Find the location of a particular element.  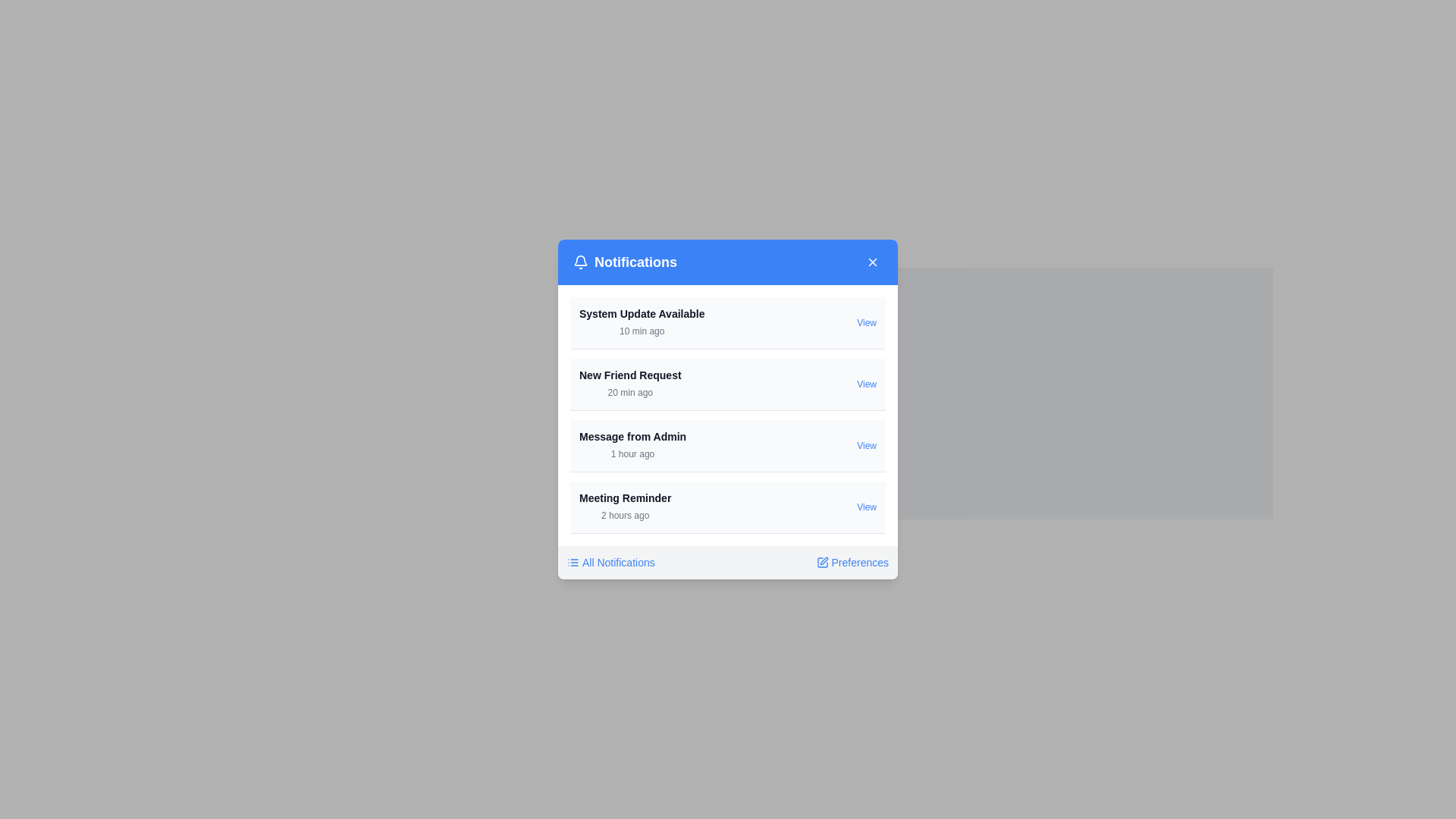

the 'View' hyperlink styled in blue, located within the 'New Friend Request' notification card is located at coordinates (867, 383).